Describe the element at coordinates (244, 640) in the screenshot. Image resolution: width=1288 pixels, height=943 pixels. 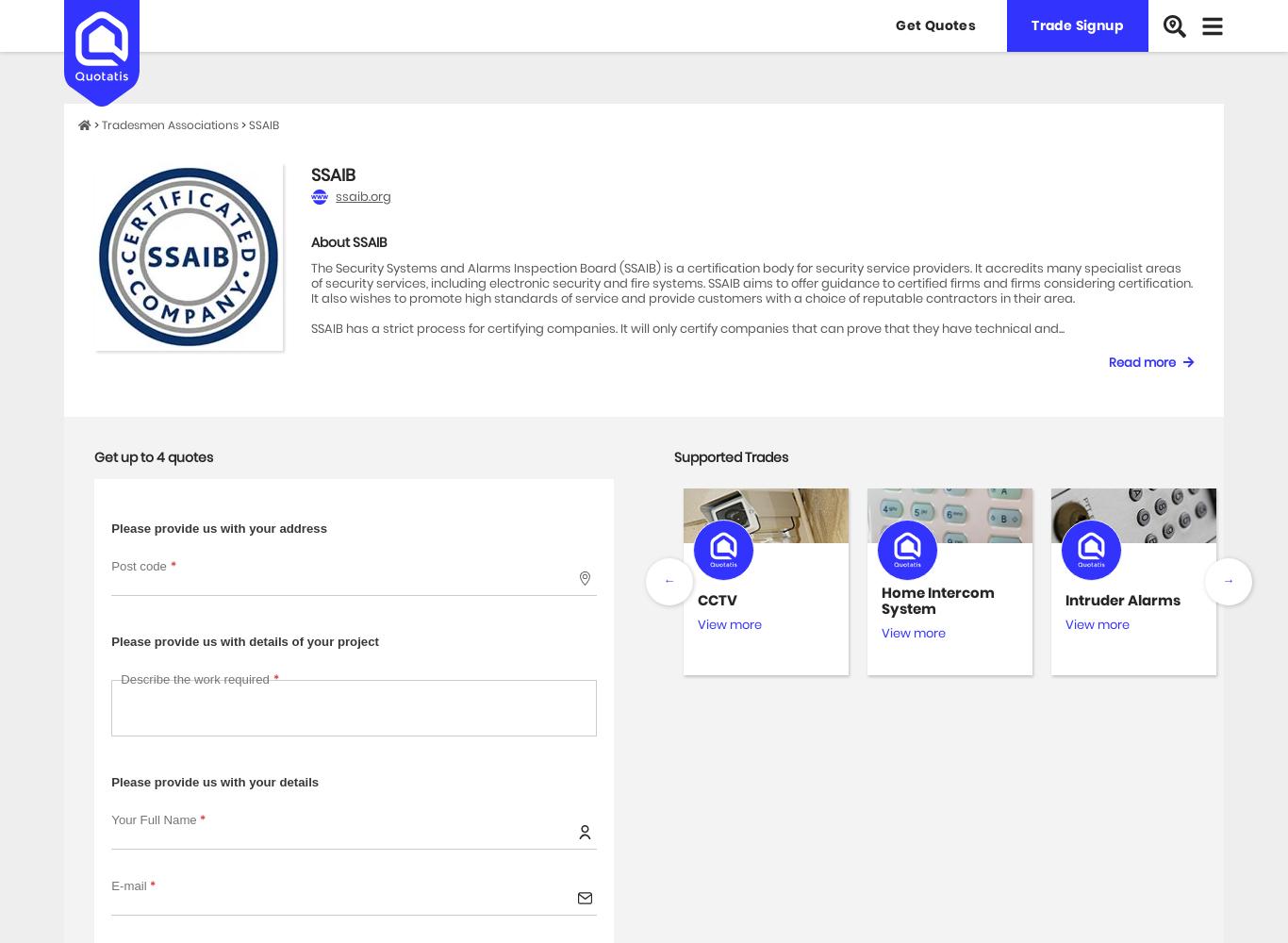
I see `'Please provide us with details of your project'` at that location.